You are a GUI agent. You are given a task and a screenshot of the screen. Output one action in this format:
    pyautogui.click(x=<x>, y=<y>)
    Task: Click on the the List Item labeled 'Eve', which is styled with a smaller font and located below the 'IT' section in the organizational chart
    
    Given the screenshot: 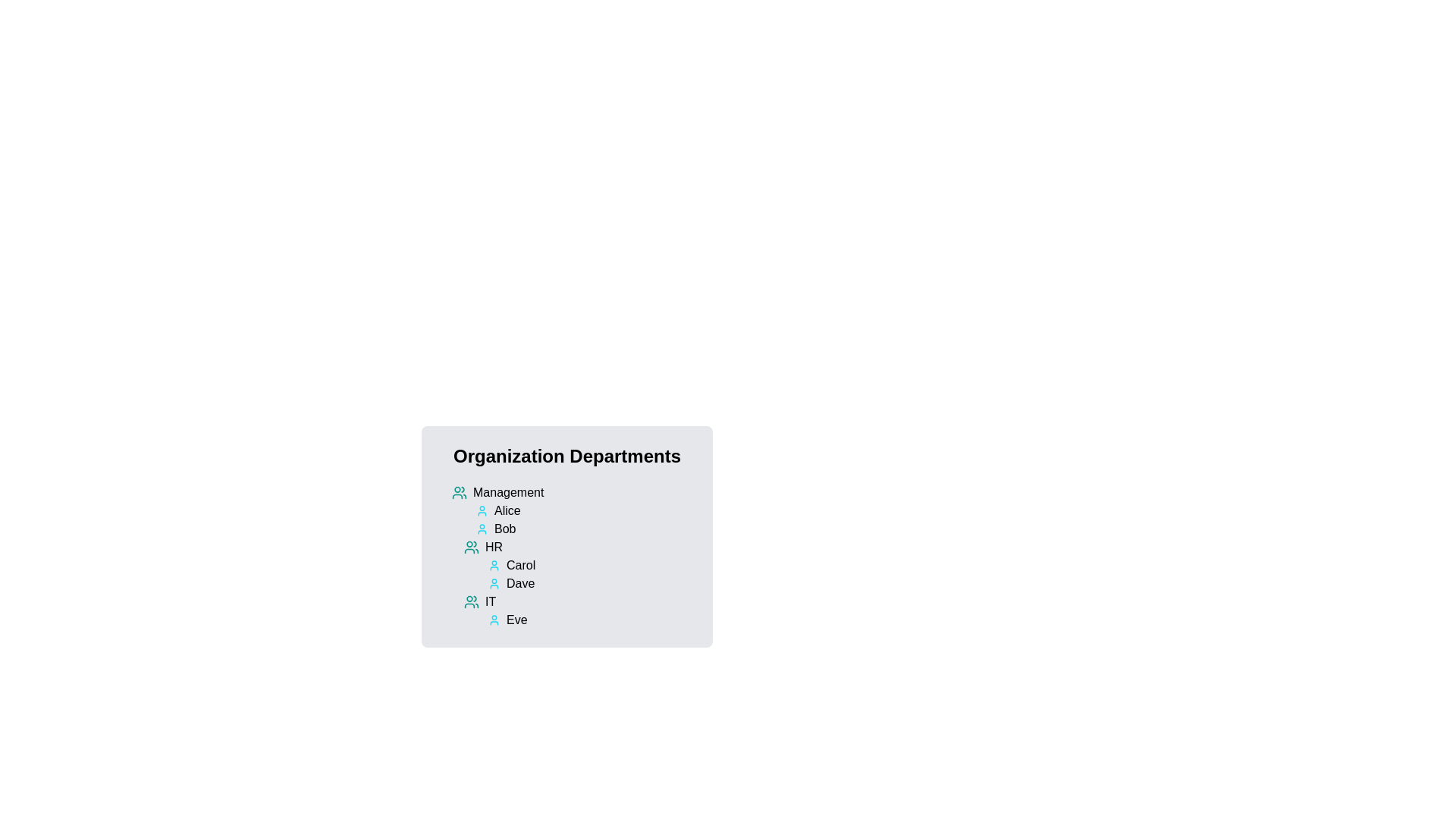 What is the action you would take?
    pyautogui.click(x=578, y=610)
    